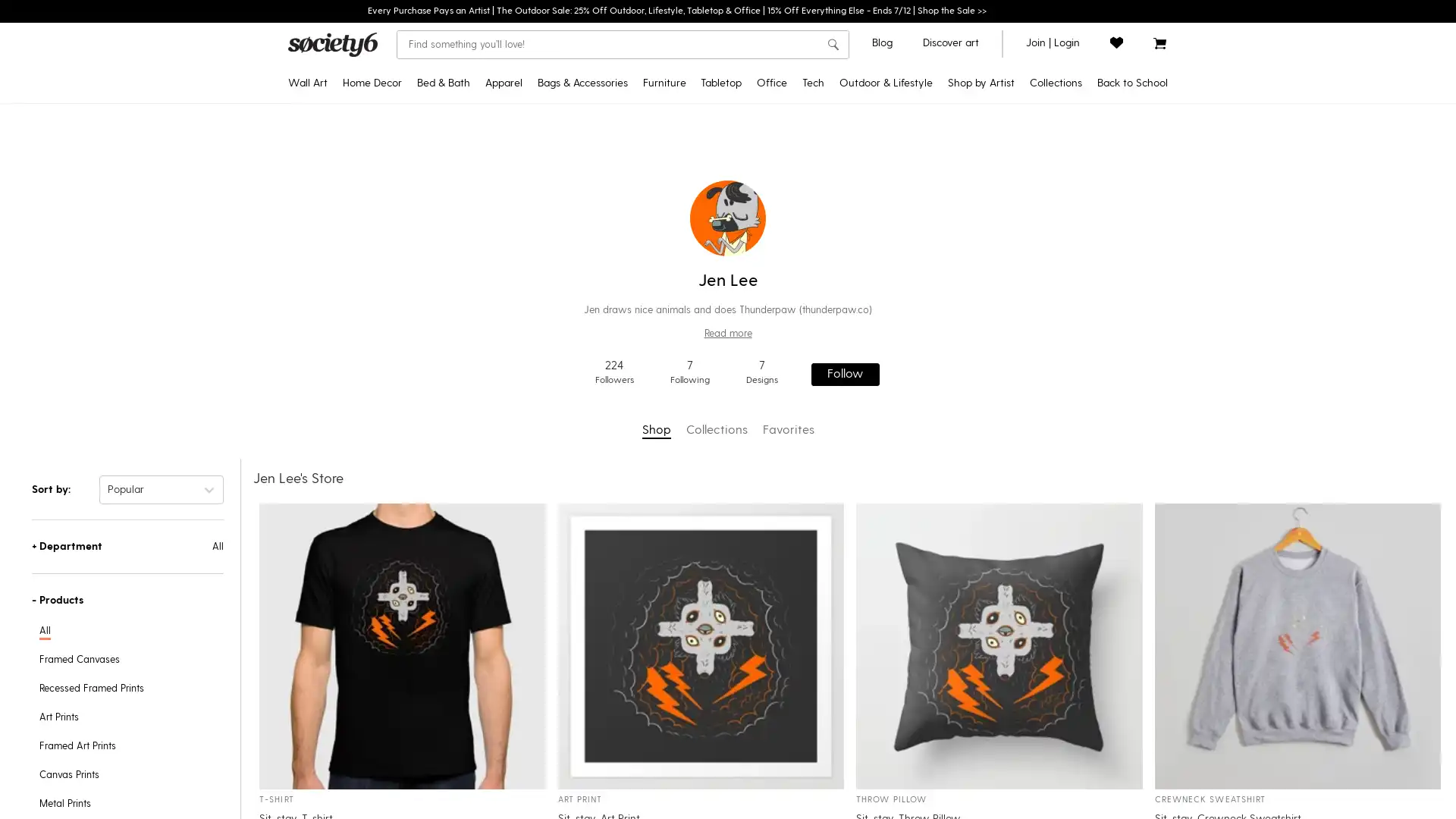 This screenshot has height=819, width=1456. I want to click on Wine Chillers, so click(749, 292).